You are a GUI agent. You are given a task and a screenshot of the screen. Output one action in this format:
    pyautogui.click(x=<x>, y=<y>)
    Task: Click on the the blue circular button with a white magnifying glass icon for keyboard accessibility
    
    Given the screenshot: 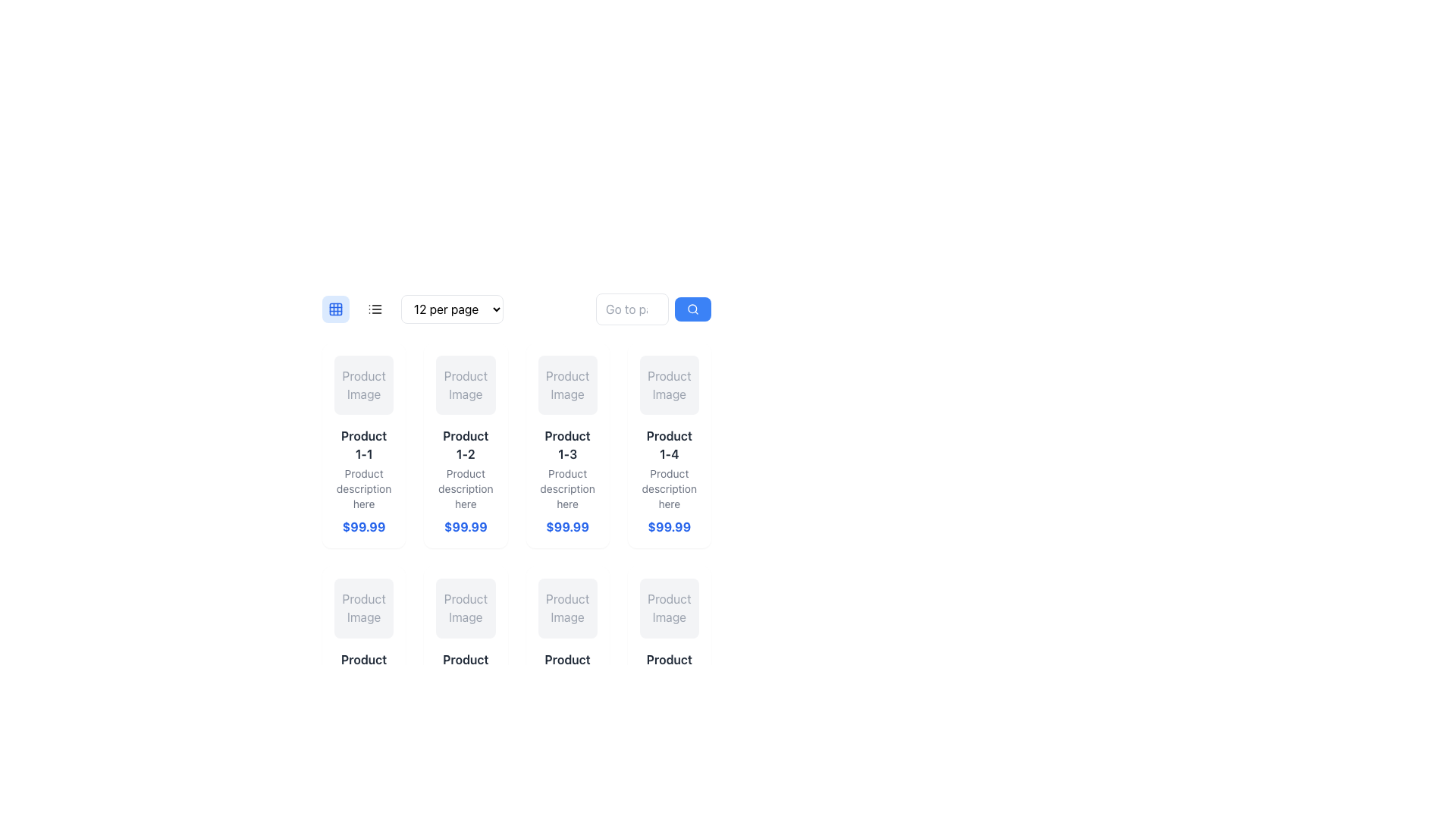 What is the action you would take?
    pyautogui.click(x=692, y=309)
    